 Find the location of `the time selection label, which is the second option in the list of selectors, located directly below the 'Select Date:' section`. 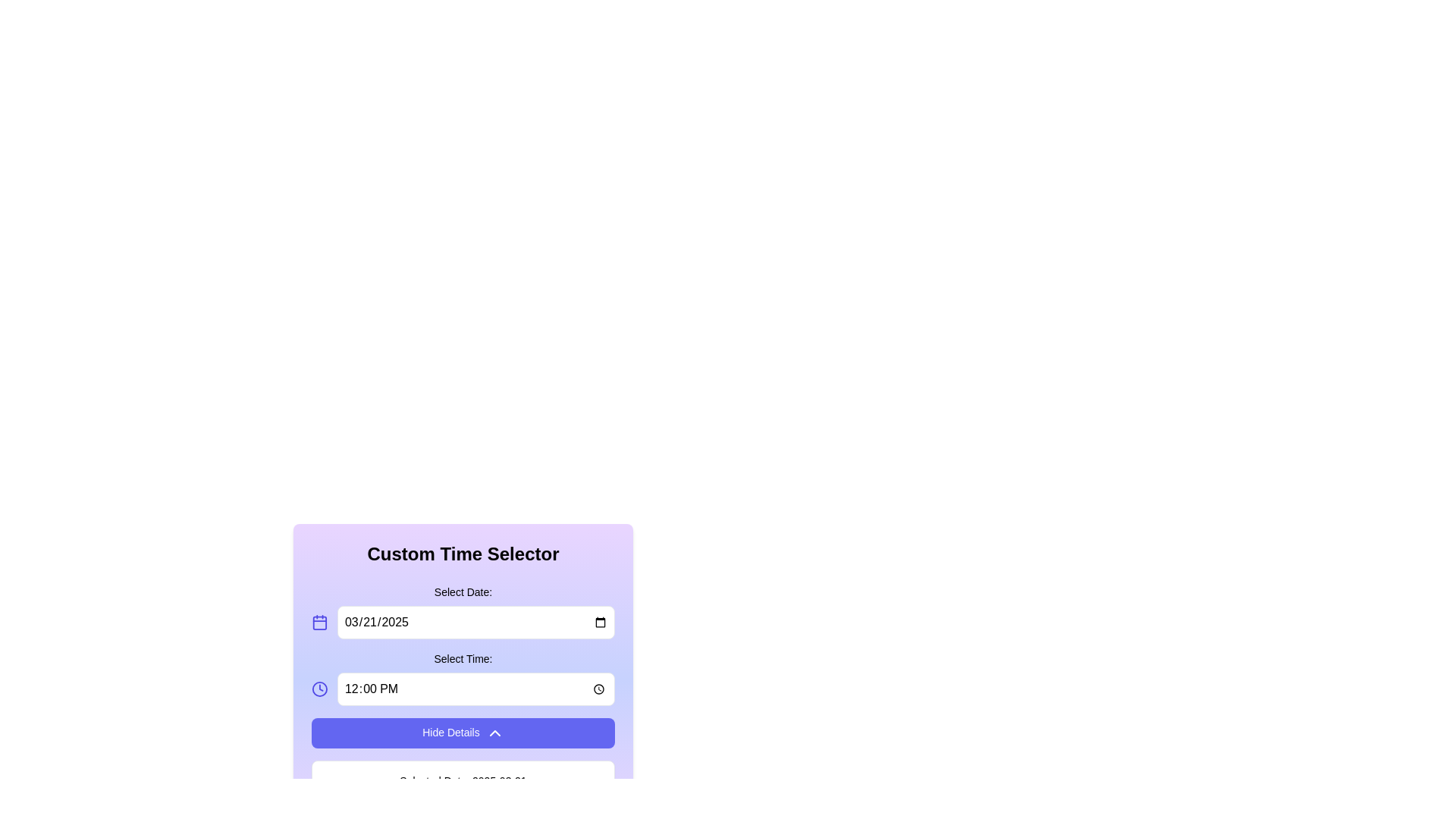

the time selection label, which is the second option in the list of selectors, located directly below the 'Select Date:' section is located at coordinates (462, 677).